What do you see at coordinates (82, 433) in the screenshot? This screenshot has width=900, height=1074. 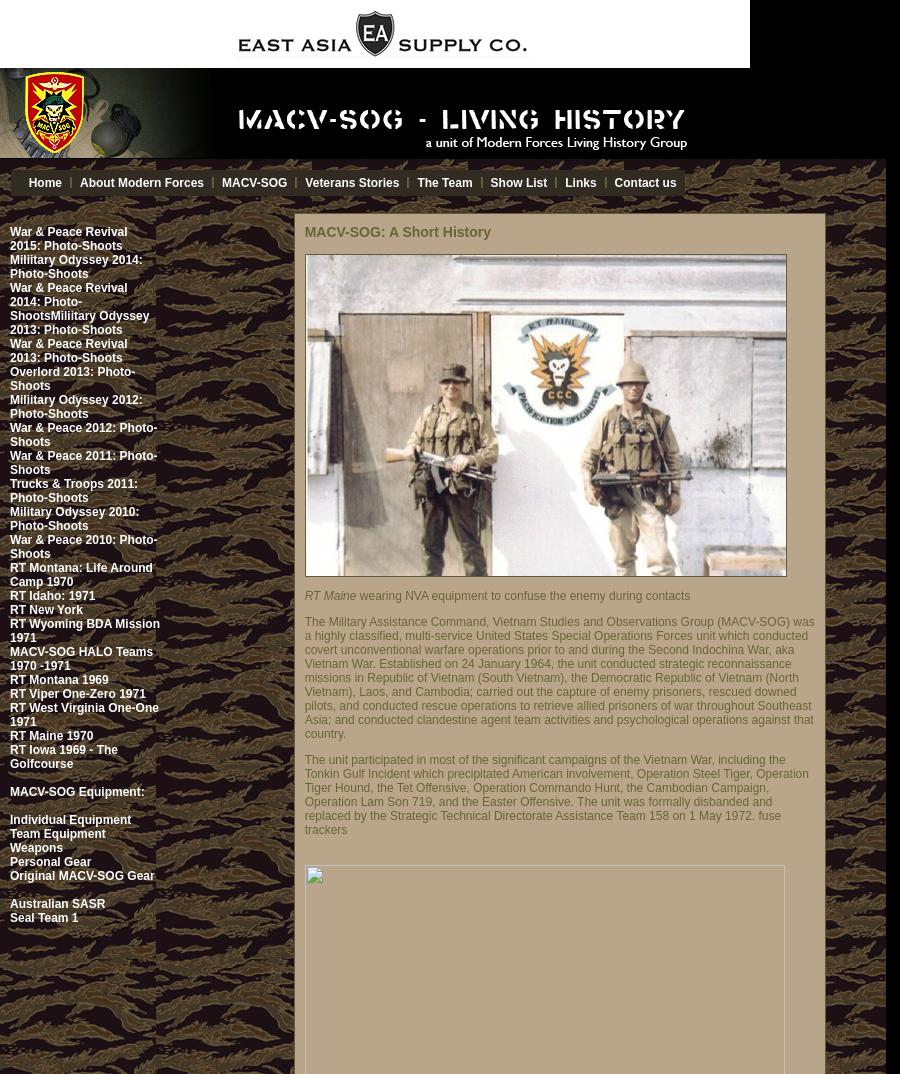 I see `'War & Peace 2012: Photo-Shoots'` at bounding box center [82, 433].